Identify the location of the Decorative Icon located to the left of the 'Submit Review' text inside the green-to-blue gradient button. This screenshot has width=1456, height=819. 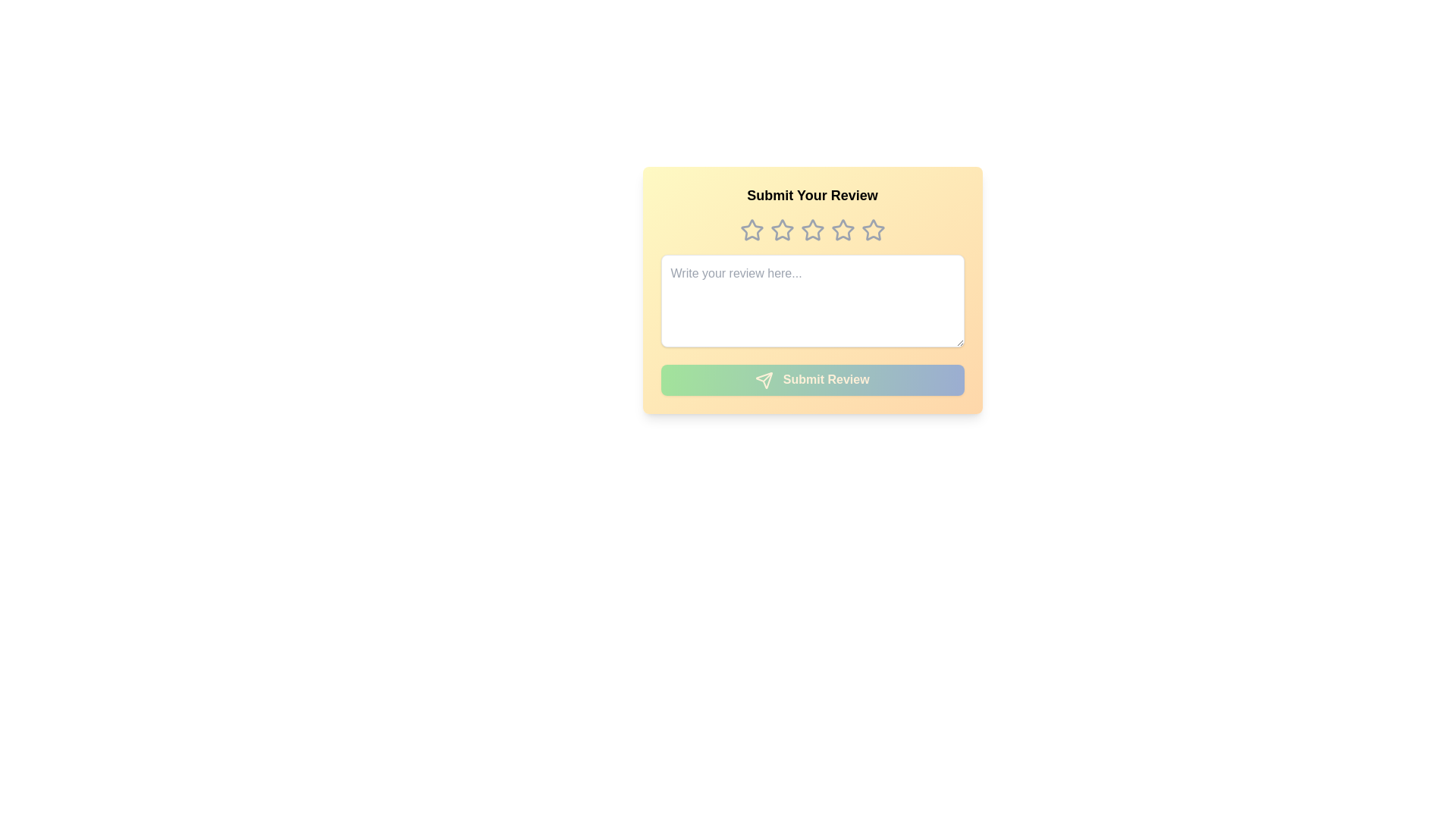
(764, 379).